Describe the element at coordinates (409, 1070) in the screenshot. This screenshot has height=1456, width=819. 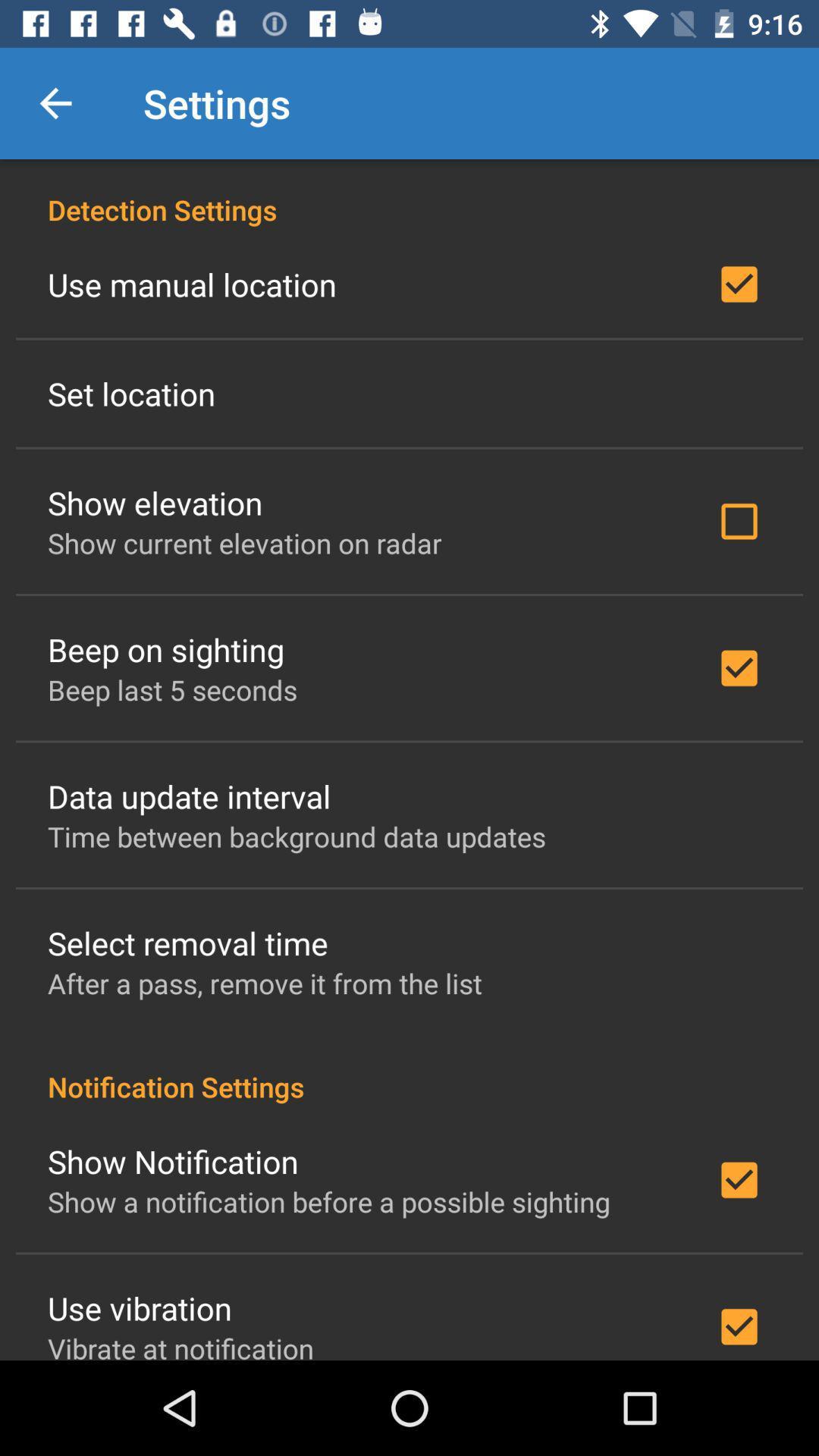
I see `the item below the after a pass icon` at that location.